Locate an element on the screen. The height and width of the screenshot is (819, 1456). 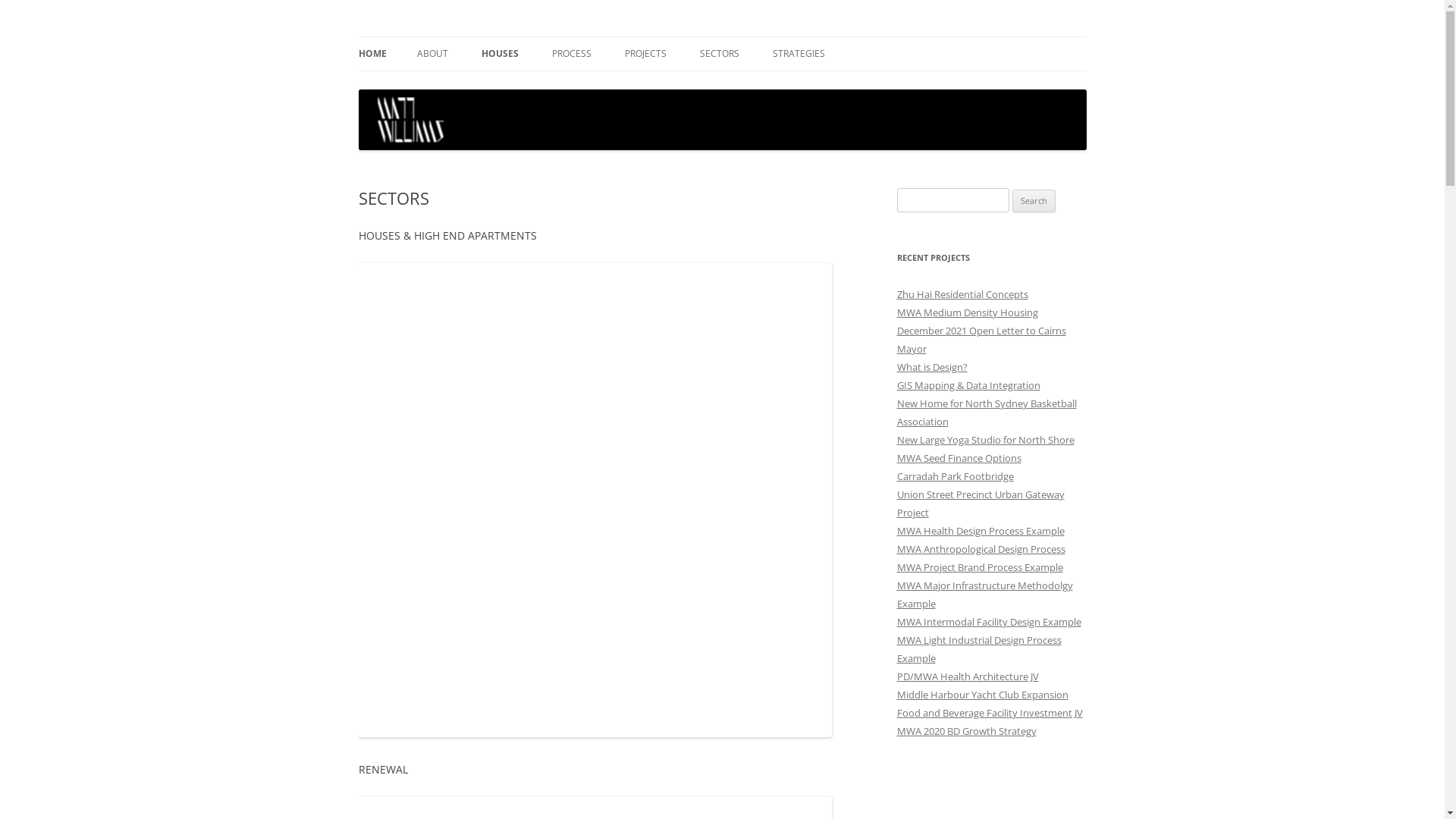
'MWA Project Brand Process Example' is located at coordinates (979, 567).